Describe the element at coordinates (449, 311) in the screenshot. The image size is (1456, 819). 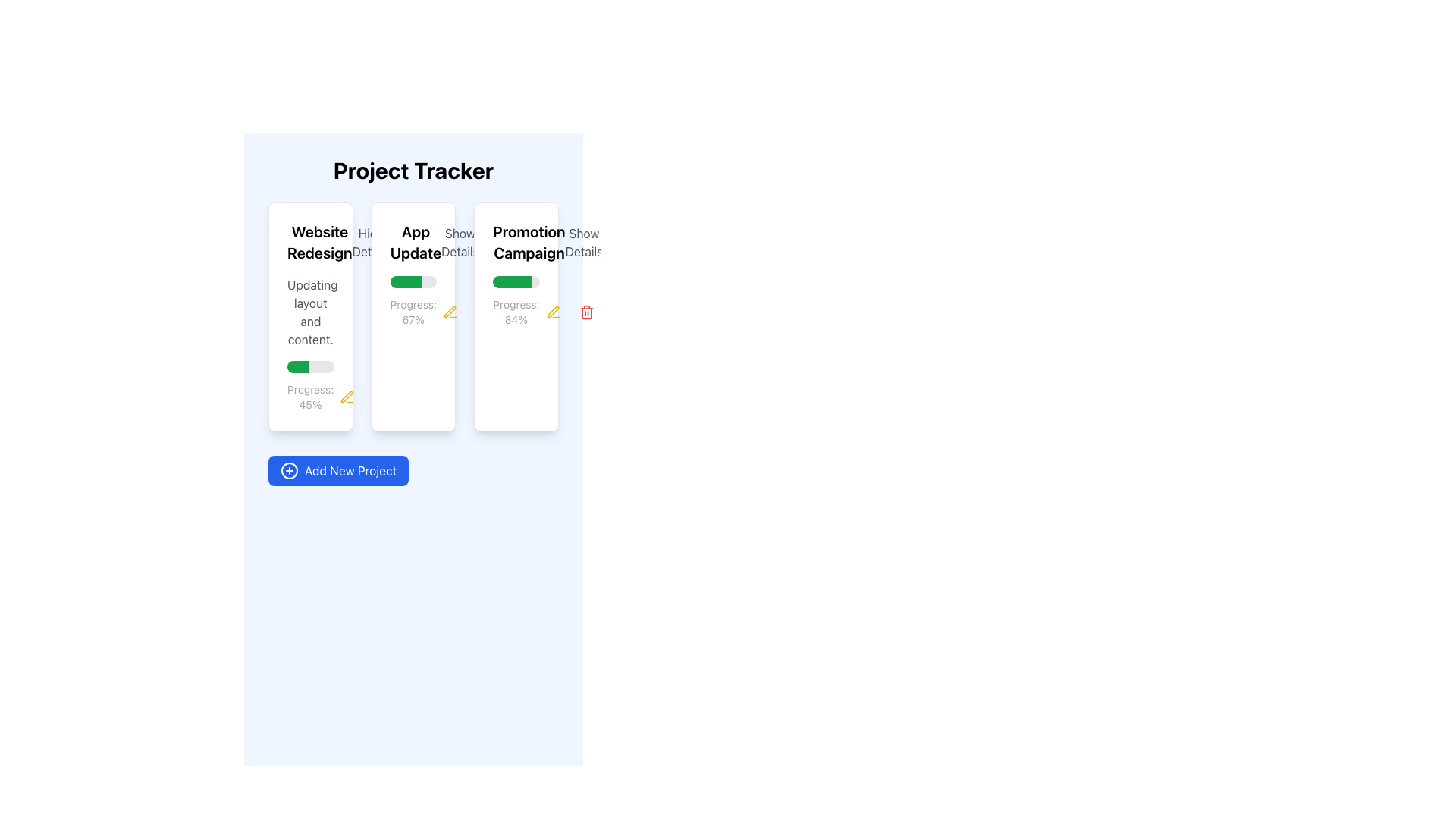
I see `the pen icon located at the bottom right of the 'App Update' card` at that location.